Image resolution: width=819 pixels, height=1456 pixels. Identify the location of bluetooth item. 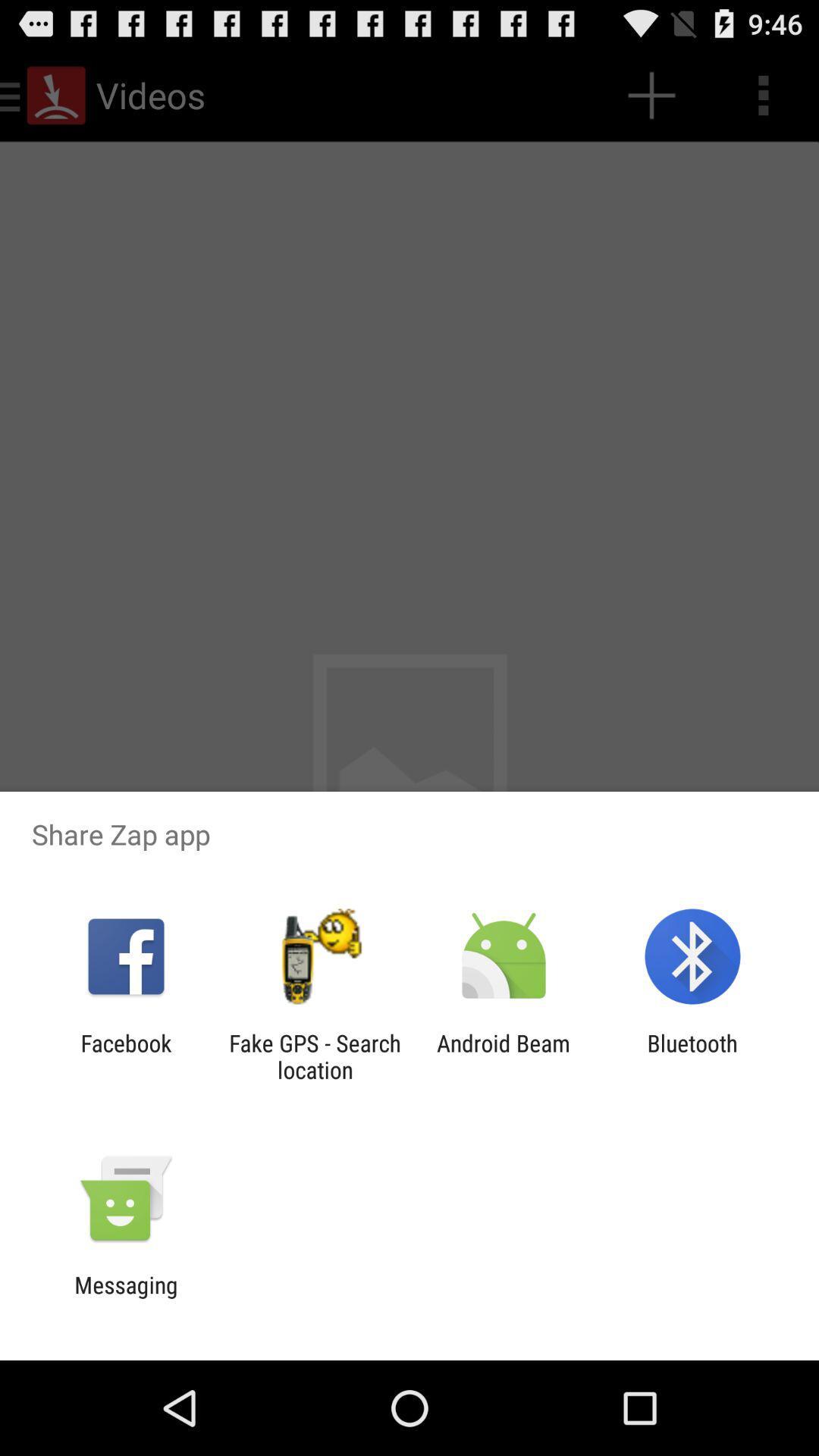
(692, 1056).